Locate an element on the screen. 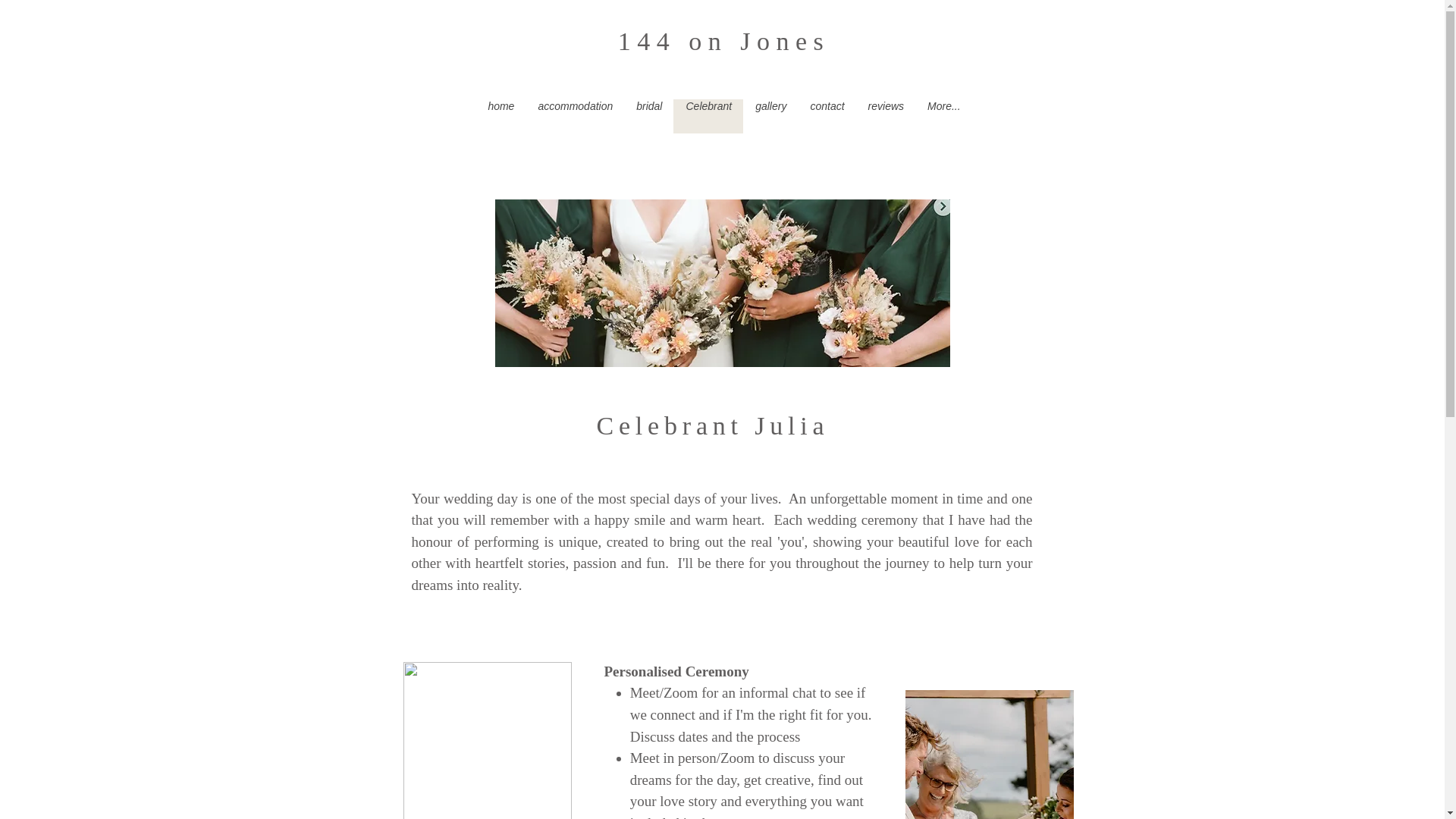 This screenshot has width=1456, height=819. 'contact' is located at coordinates (796, 115).